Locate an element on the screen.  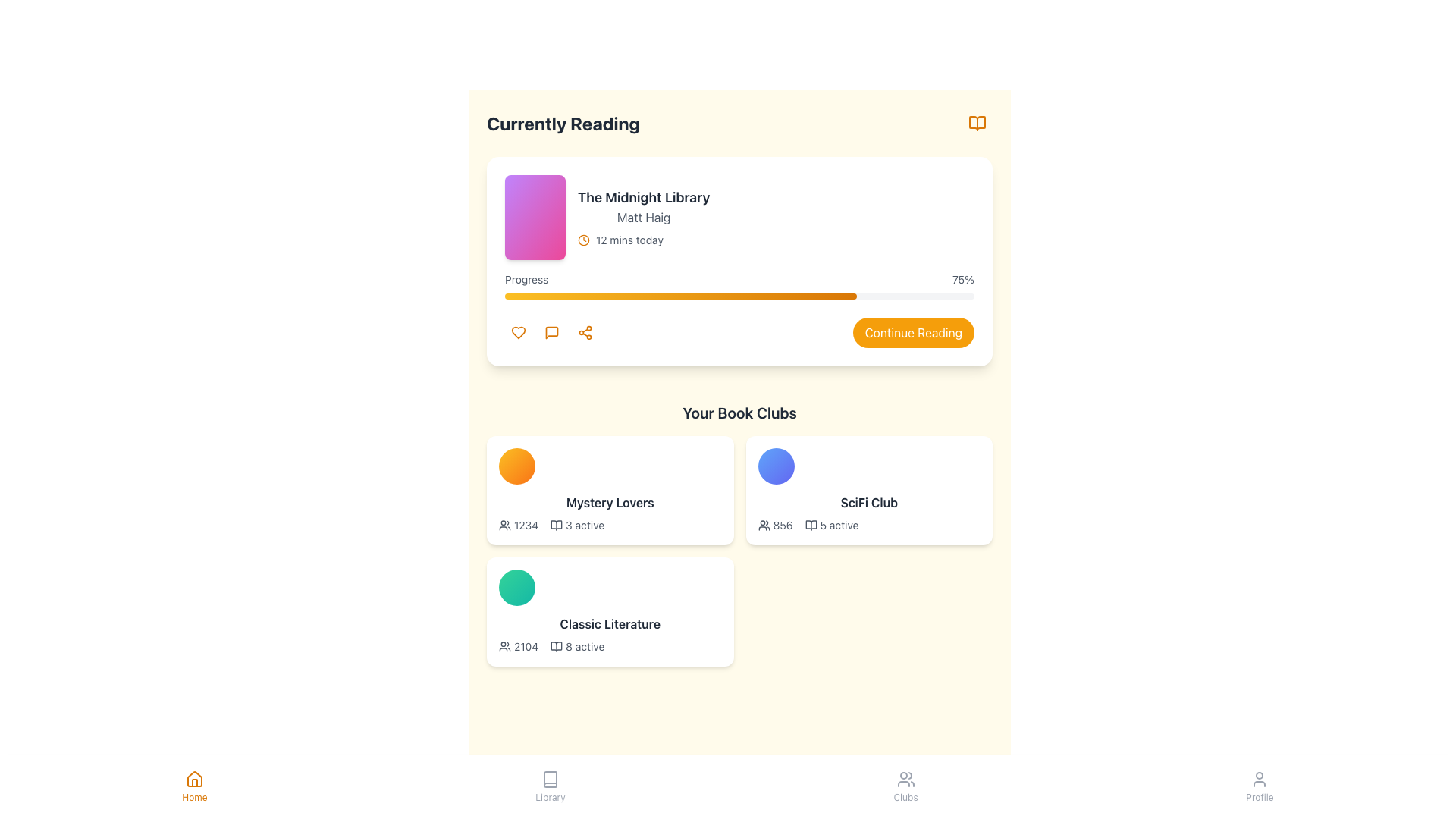
the text label displaying 'The Midnight Library', which is prominently positioned in the 'Currently Reading' section, above the author name and reading time is located at coordinates (644, 197).